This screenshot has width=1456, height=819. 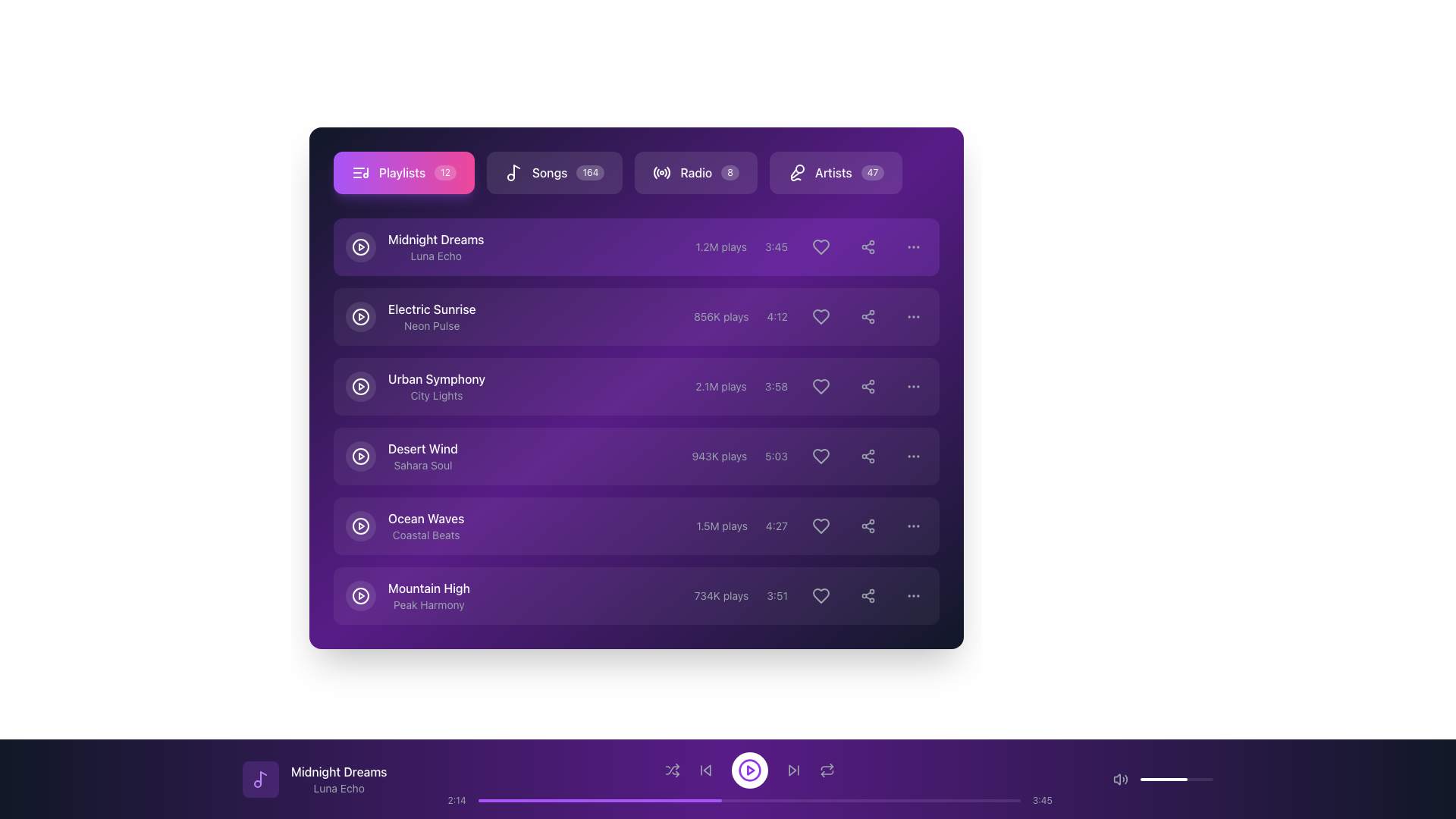 What do you see at coordinates (359, 385) in the screenshot?
I see `the circular Play button with a transparent background and white border located leftmost in the row labeled 'Urban Symphony' with subtitle 'City Lights'` at bounding box center [359, 385].